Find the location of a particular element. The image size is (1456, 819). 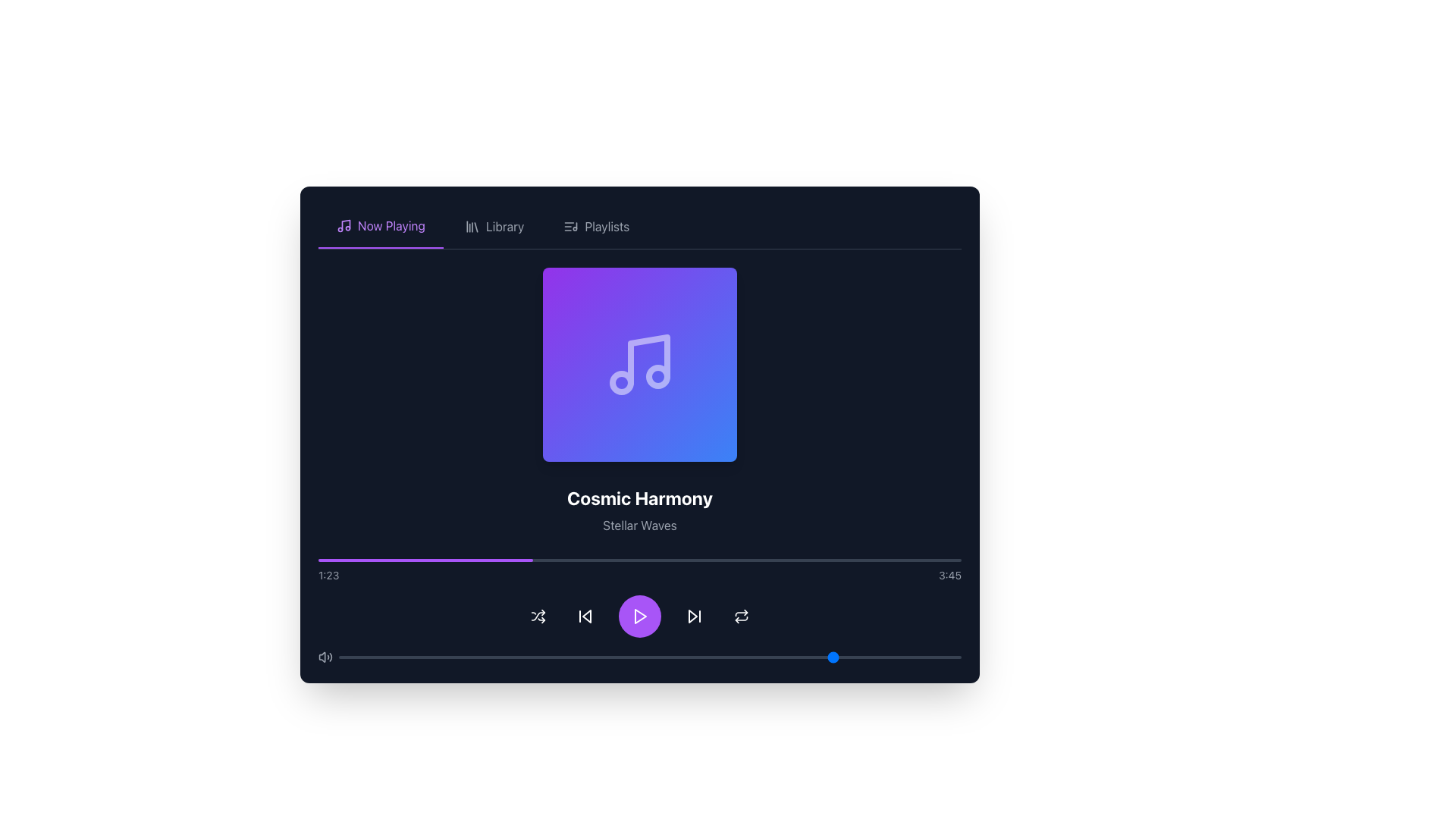

the first button on the bottom control bar is located at coordinates (538, 617).